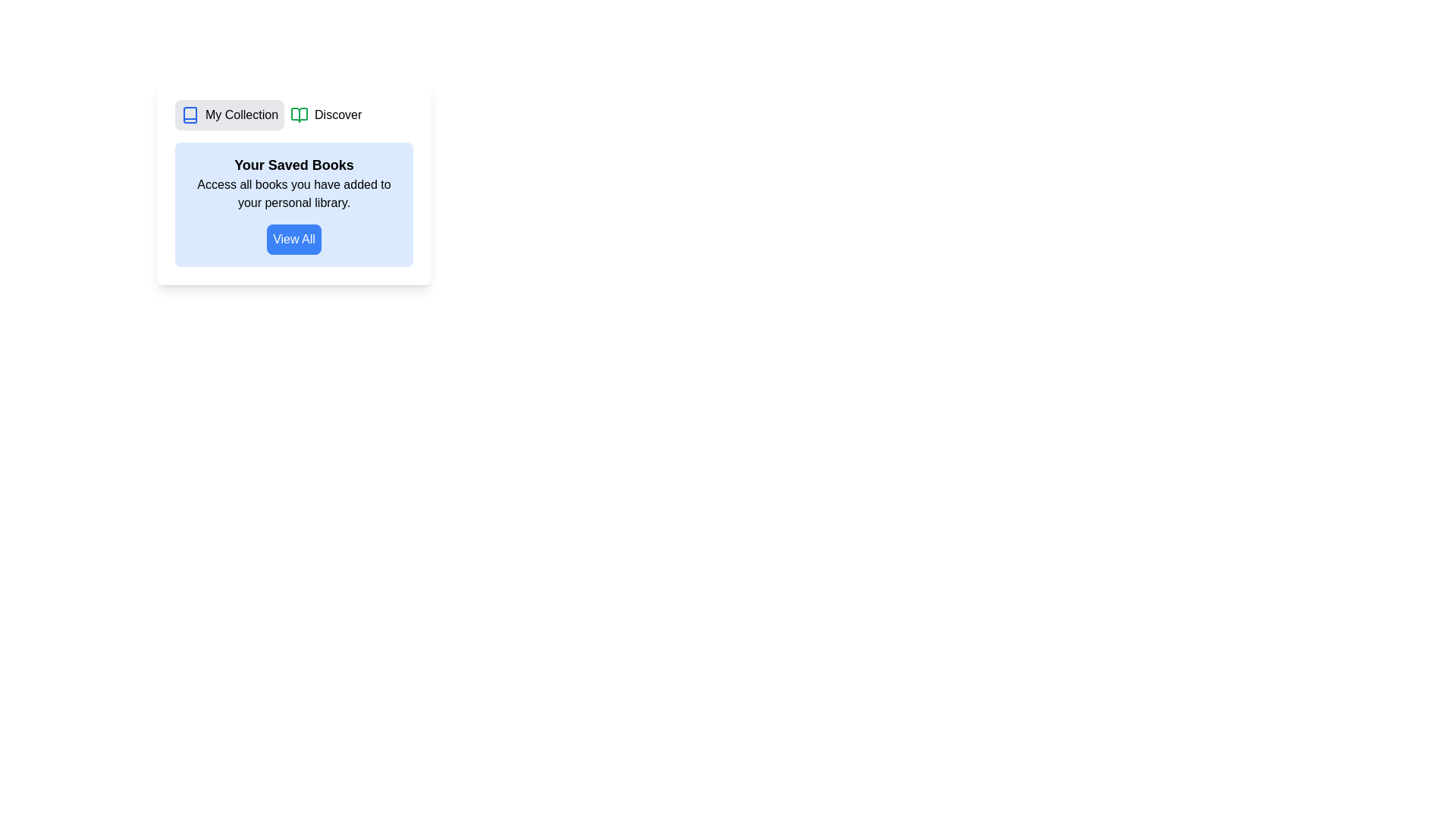 The width and height of the screenshot is (1456, 819). I want to click on the 'View All' button located in the 'Your Saved Books' section, so click(294, 239).